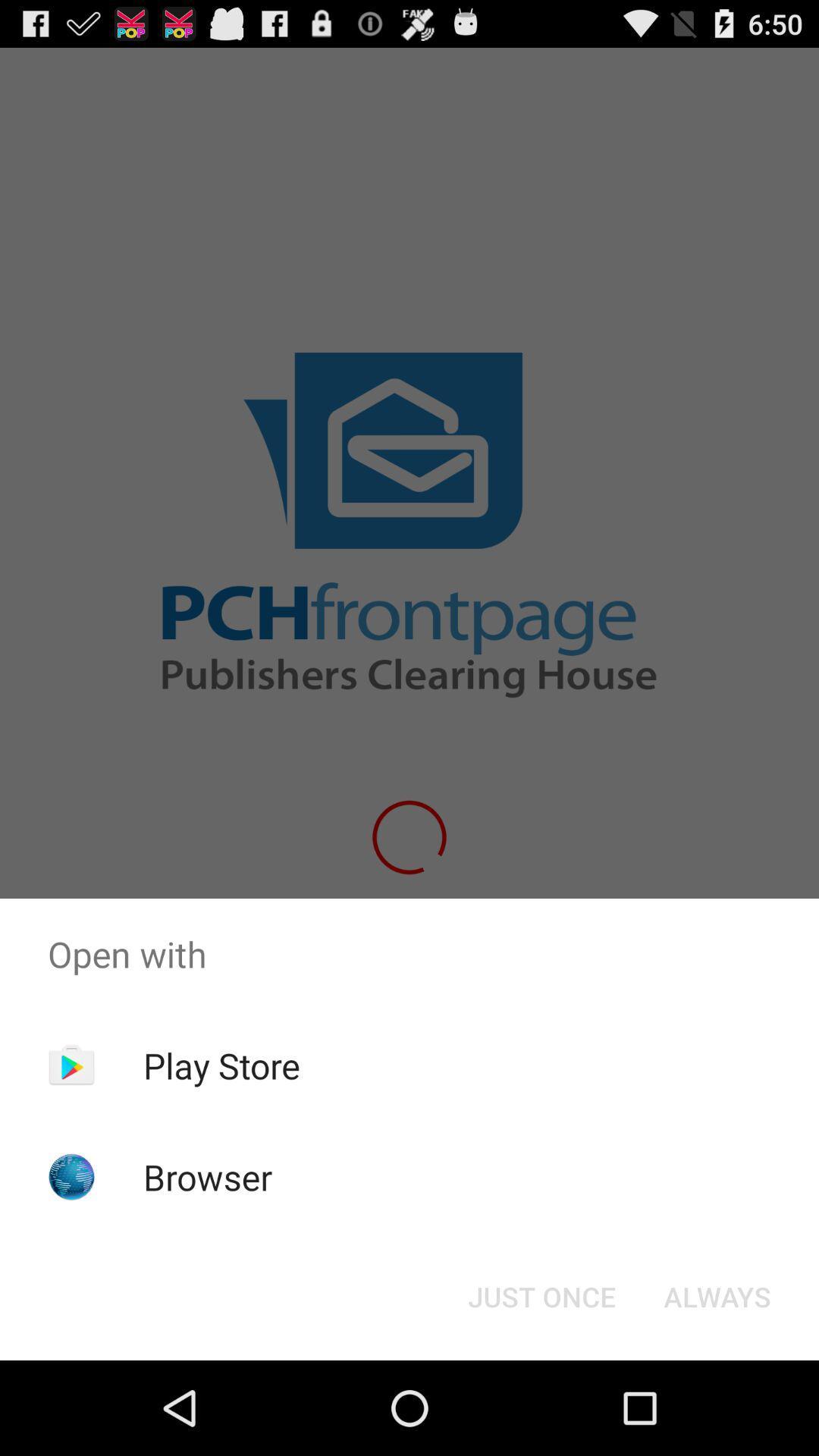 This screenshot has height=1456, width=819. What do you see at coordinates (717, 1295) in the screenshot?
I see `the always` at bounding box center [717, 1295].